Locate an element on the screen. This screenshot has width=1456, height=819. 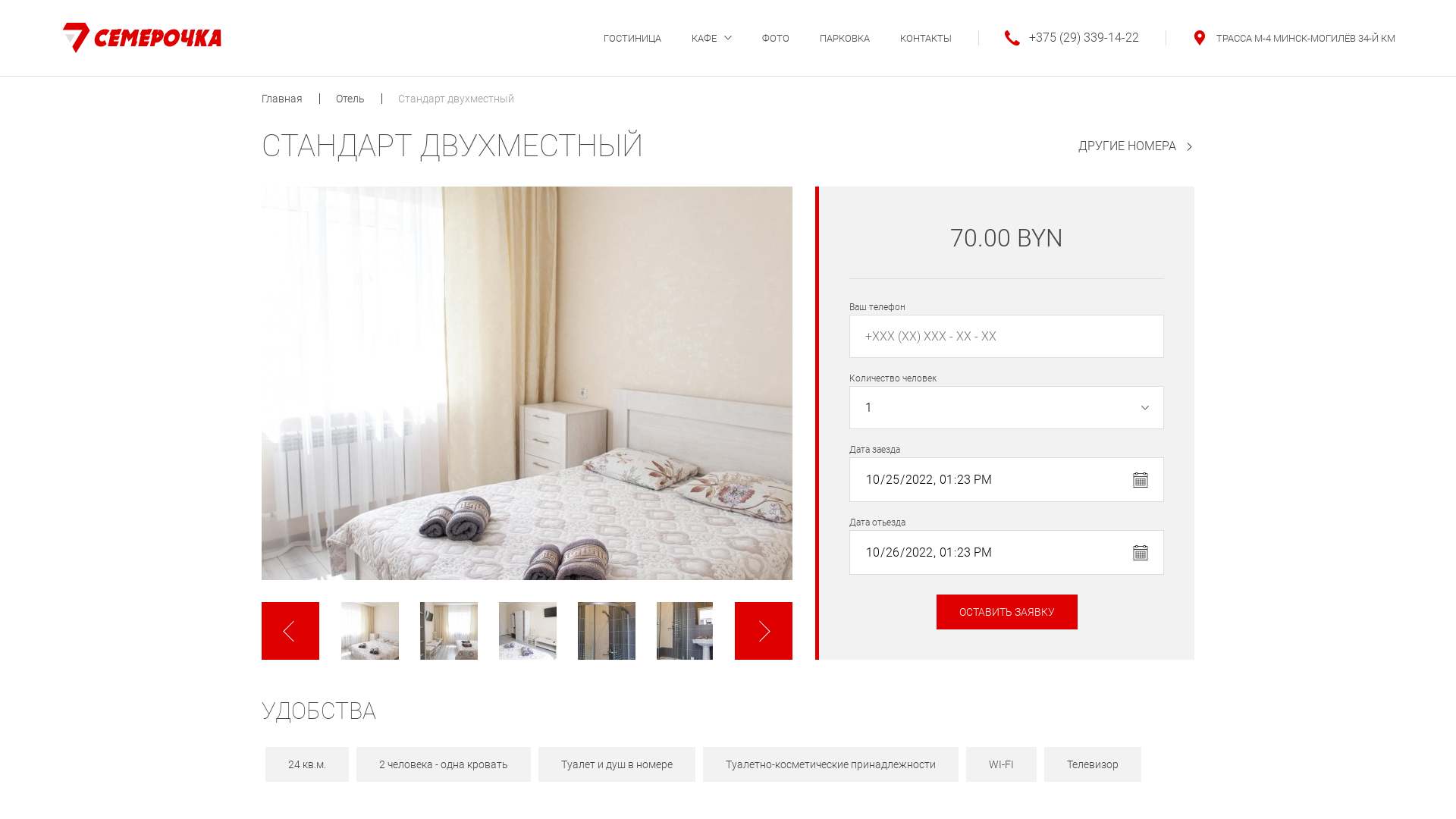
'+375 (29) 339-14-22' is located at coordinates (1058, 37).